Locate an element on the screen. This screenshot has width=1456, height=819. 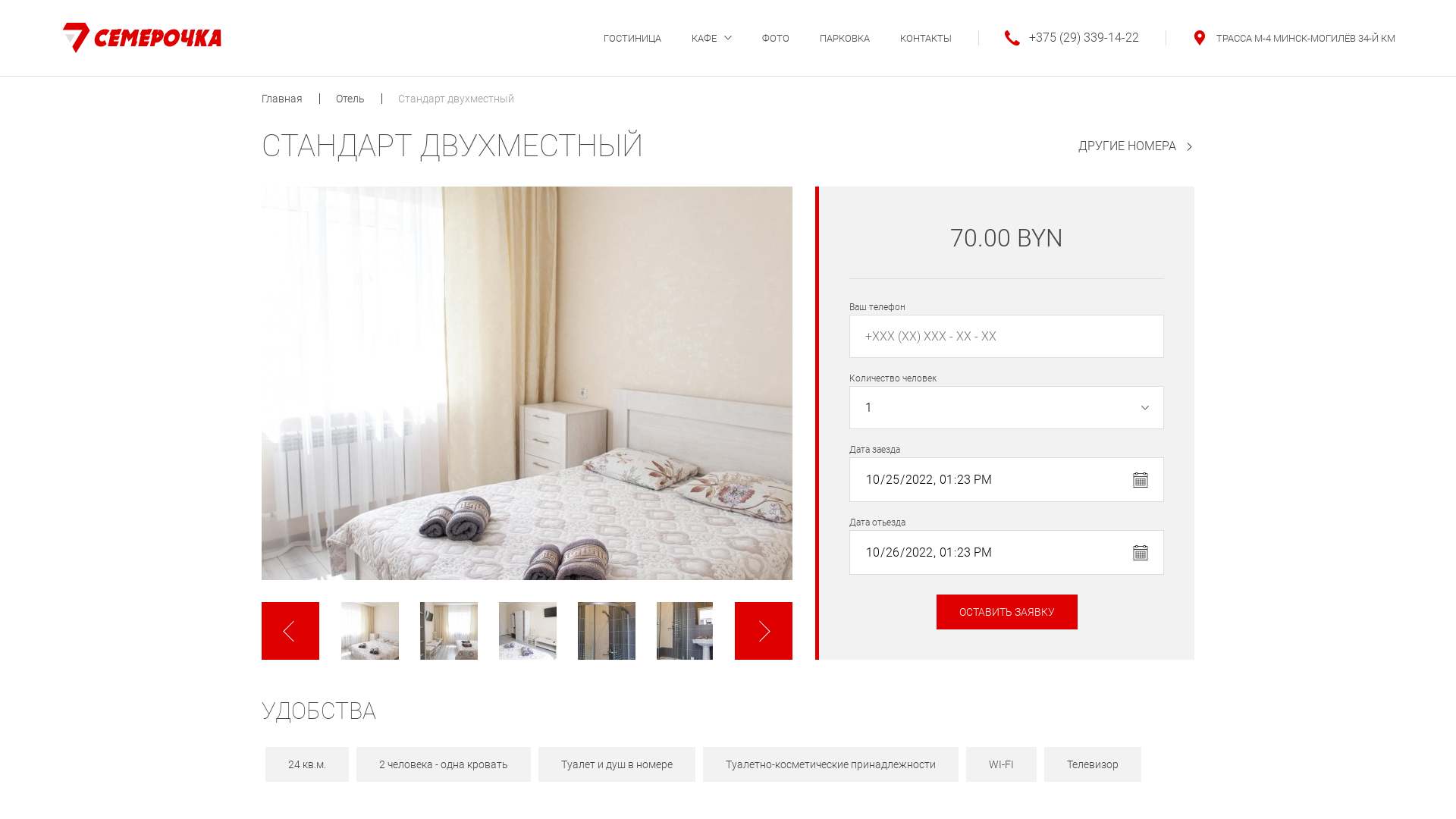
'+375 (29) 339-14-22' is located at coordinates (1058, 37).